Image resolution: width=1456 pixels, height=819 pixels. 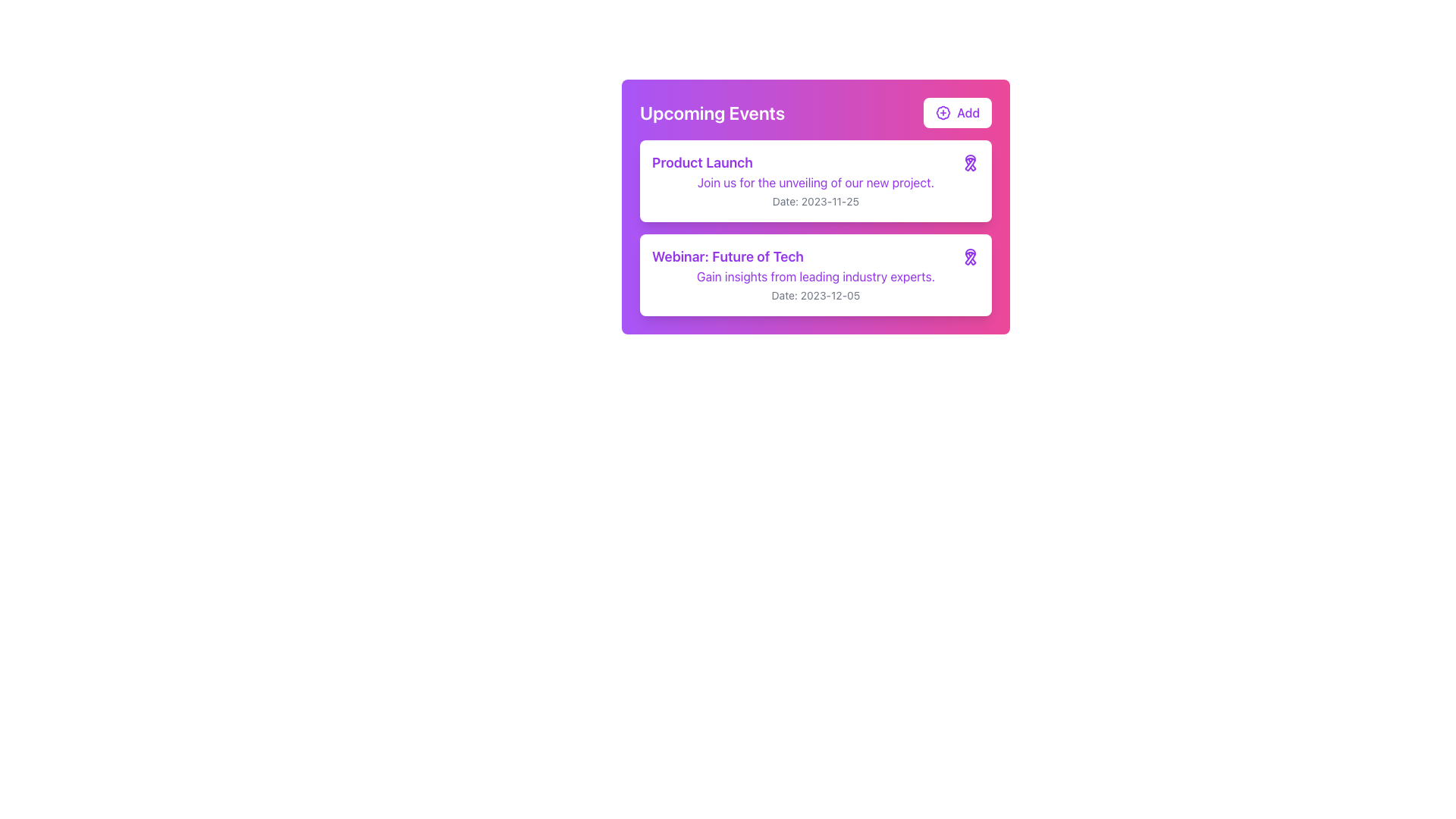 What do you see at coordinates (943, 112) in the screenshot?
I see `the circular 'Add' icon with a purple outline and plus sign located in the top-right corner of the section` at bounding box center [943, 112].